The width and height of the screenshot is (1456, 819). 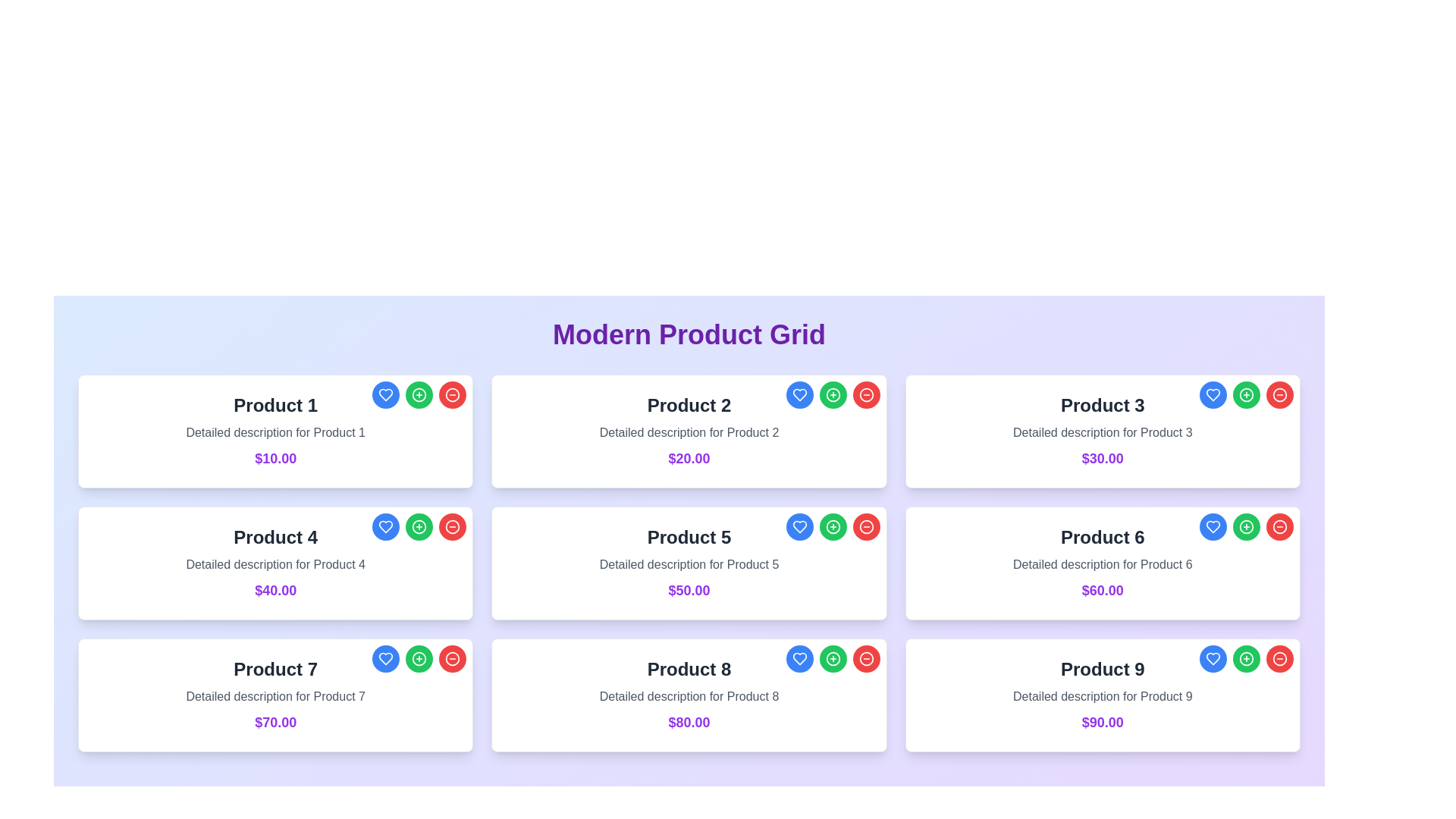 What do you see at coordinates (275, 564) in the screenshot?
I see `text label displaying 'Detailed description for Product 4', which is styled in subdued gray and positioned beneath the title 'Product 4' and above the price '$40.00'` at bounding box center [275, 564].